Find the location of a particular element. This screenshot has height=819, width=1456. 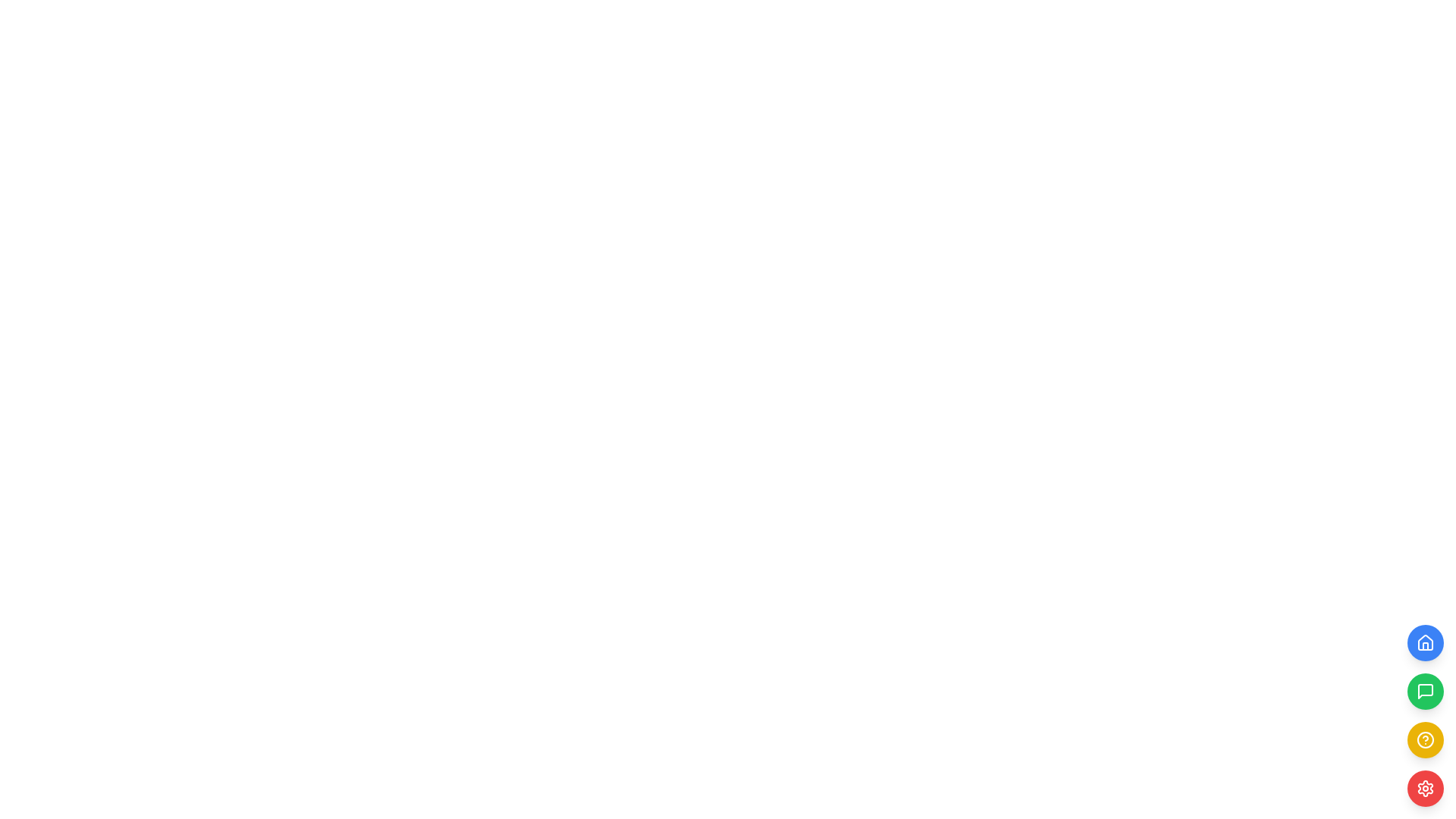

the chat initiation button located at the bottom right corner of the interface, identified by its speech bubble icon, which is the third circular button in a vertical arrangement is located at coordinates (1425, 691).